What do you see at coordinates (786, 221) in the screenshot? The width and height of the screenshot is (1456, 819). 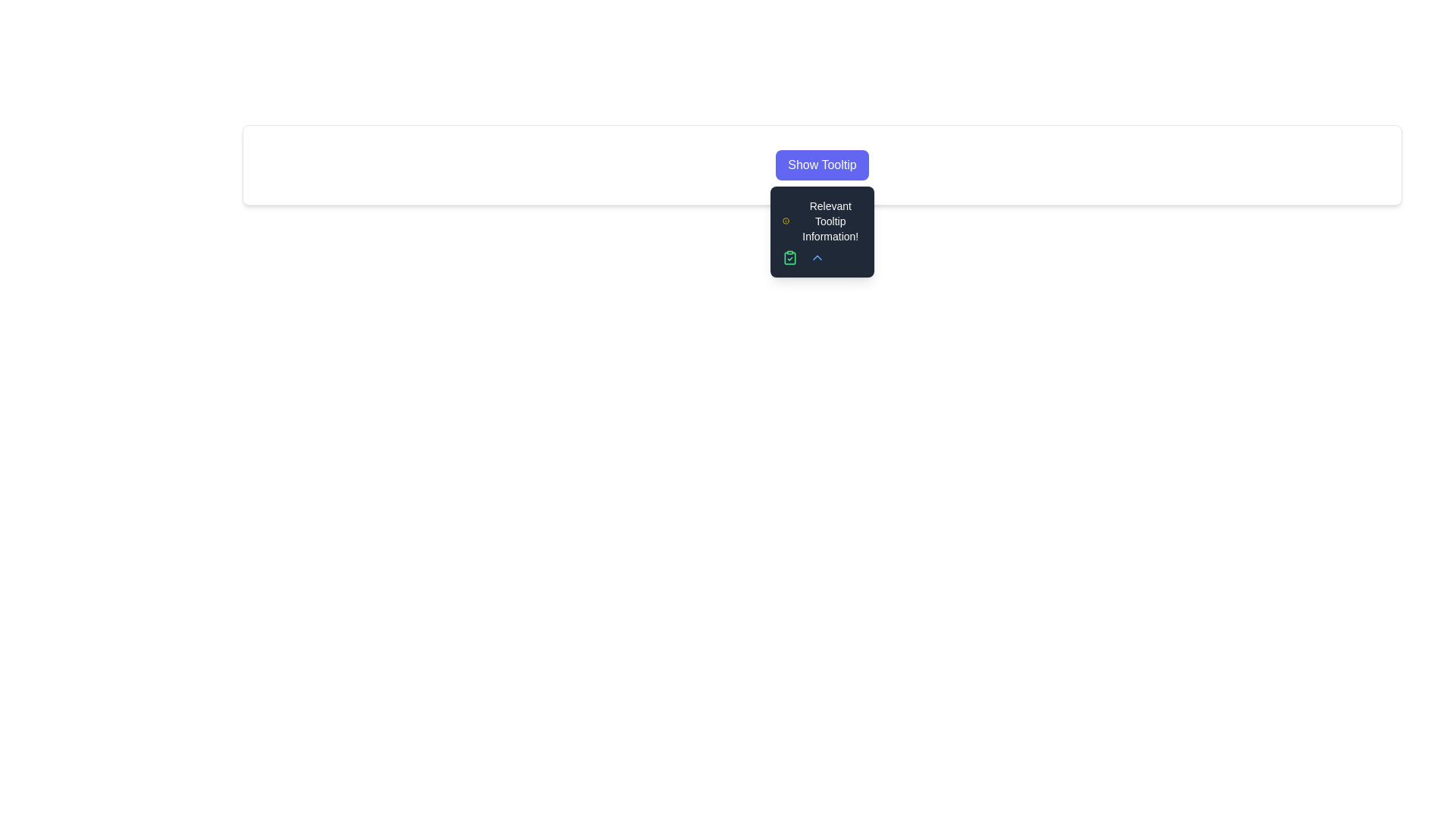 I see `the small yellow information icon located to the left of the text 'Relevant Tooltip Information!' within the tooltip box` at bounding box center [786, 221].